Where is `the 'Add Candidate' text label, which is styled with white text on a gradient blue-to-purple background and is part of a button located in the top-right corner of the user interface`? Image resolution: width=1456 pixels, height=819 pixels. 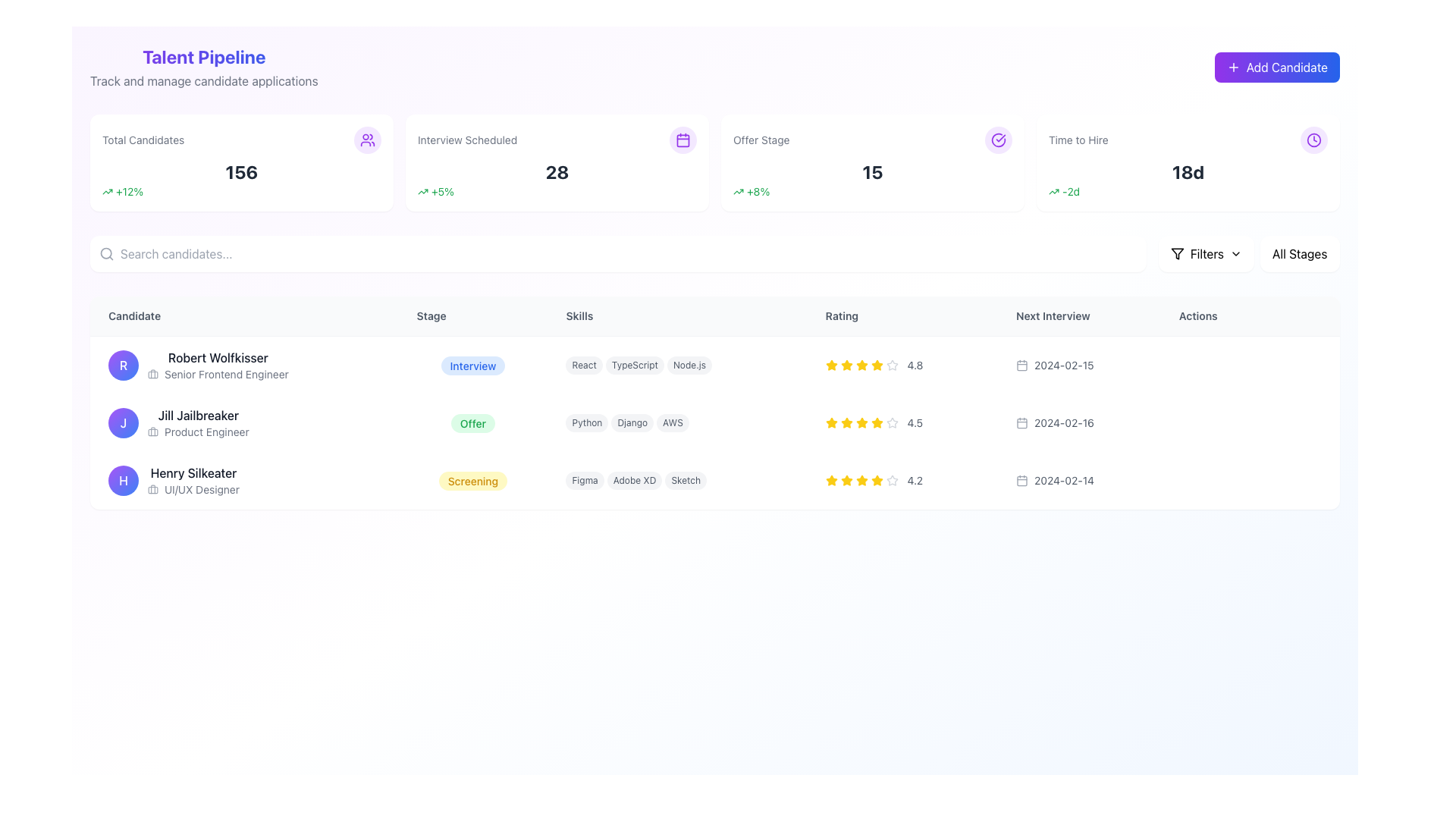
the 'Add Candidate' text label, which is styled with white text on a gradient blue-to-purple background and is part of a button located in the top-right corner of the user interface is located at coordinates (1286, 66).